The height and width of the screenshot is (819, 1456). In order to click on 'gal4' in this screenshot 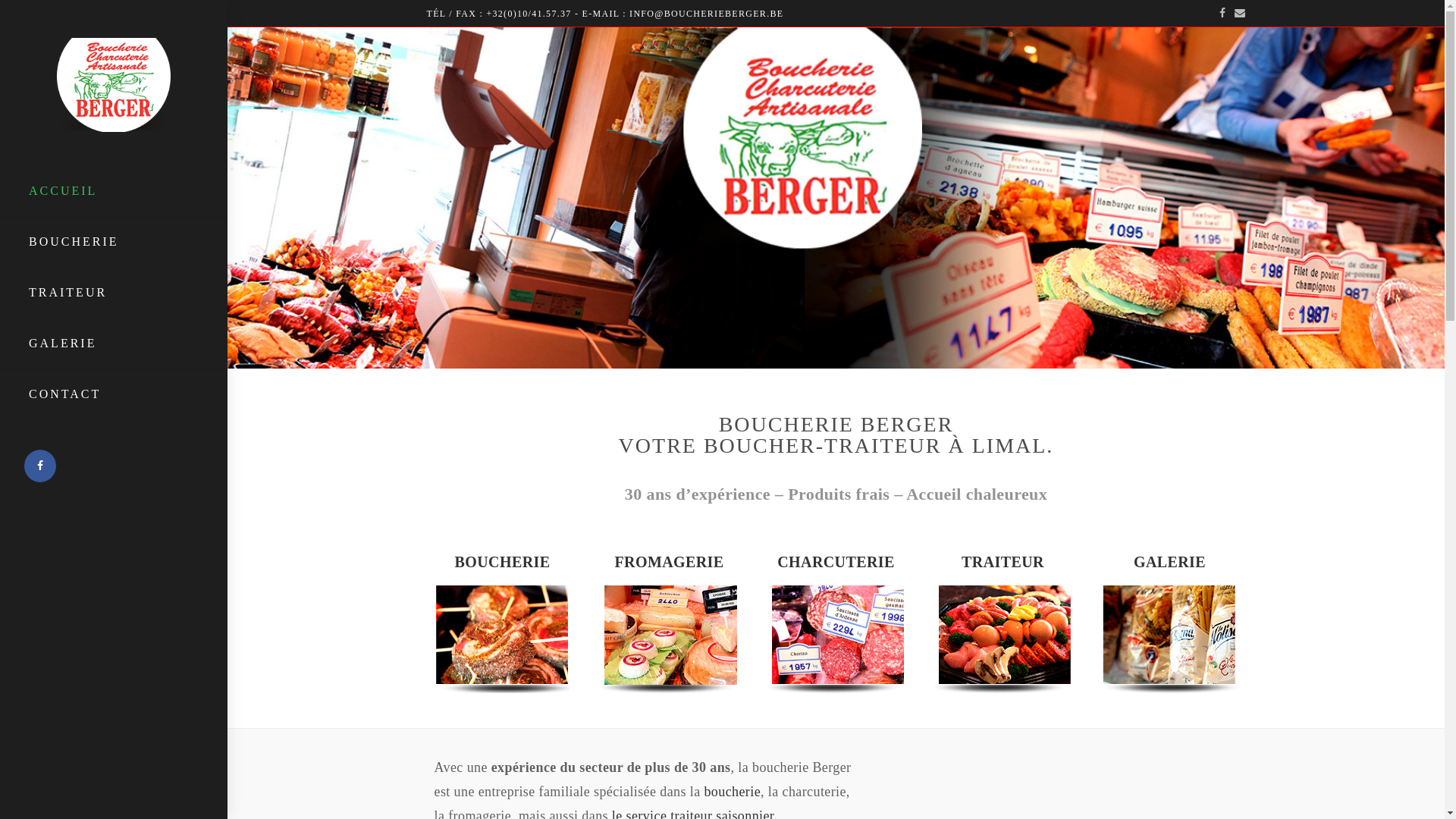, I will do `click(1102, 639)`.